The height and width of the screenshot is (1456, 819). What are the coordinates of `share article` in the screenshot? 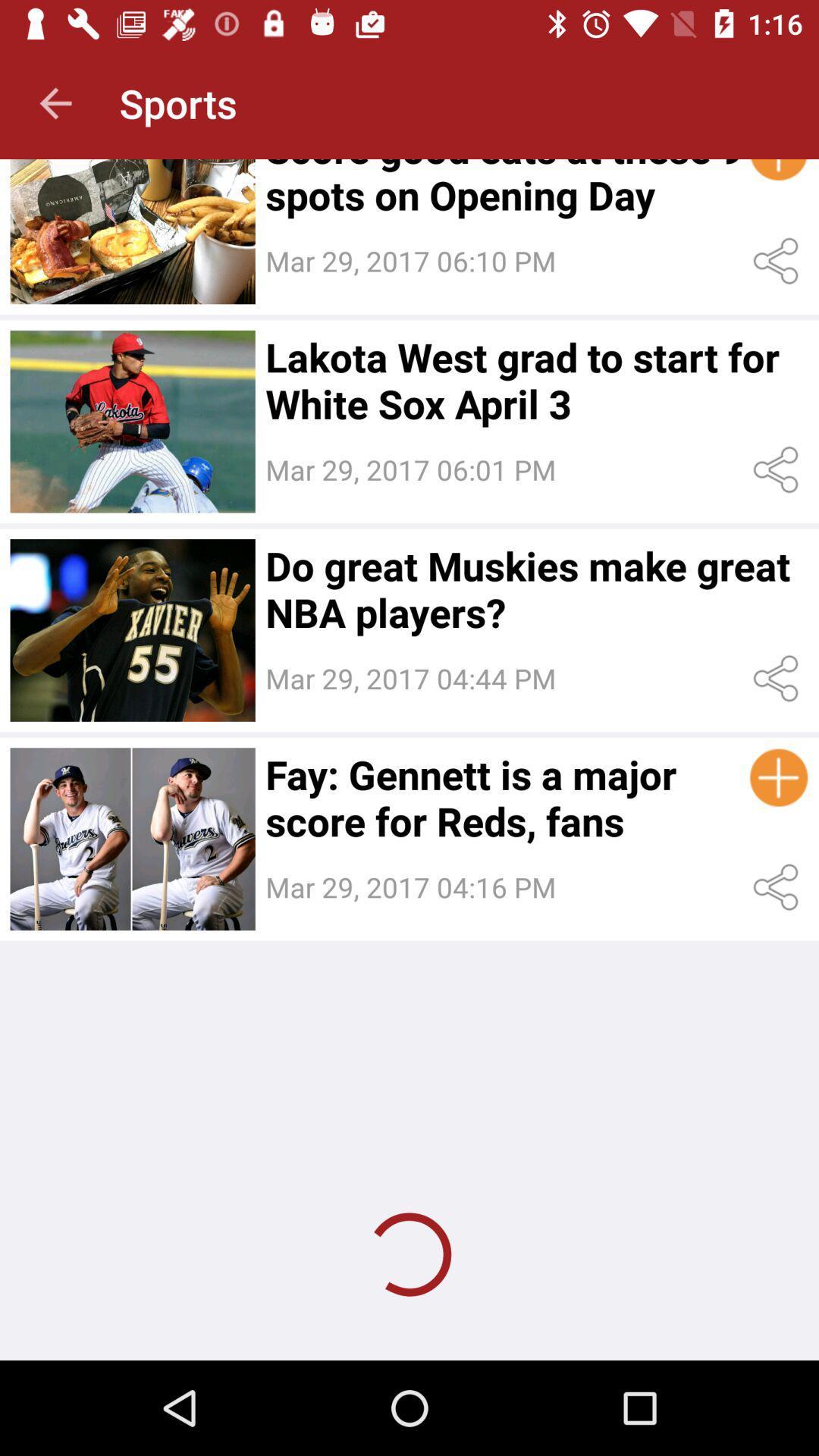 It's located at (779, 678).